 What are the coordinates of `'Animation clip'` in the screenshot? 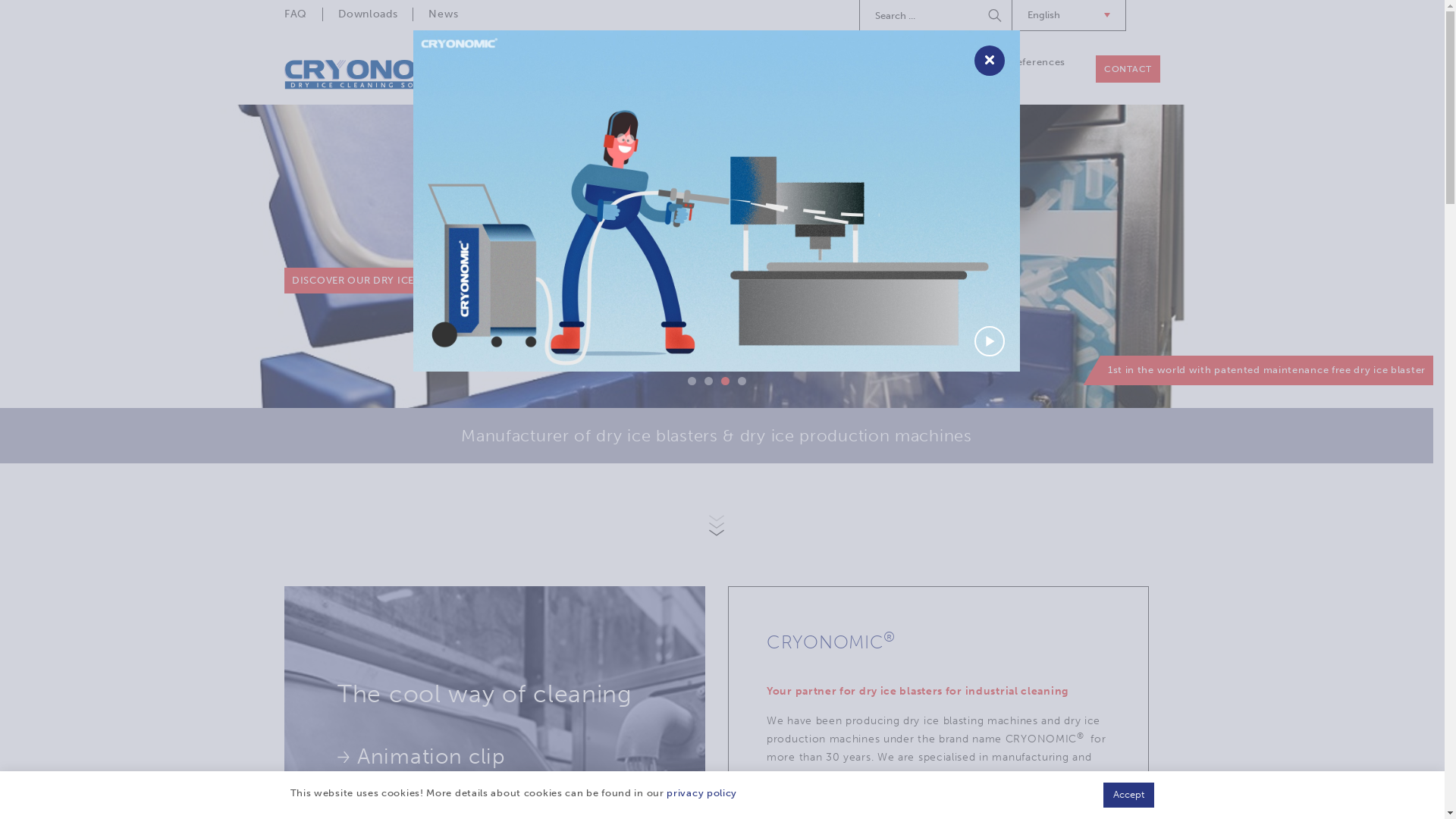 It's located at (337, 757).